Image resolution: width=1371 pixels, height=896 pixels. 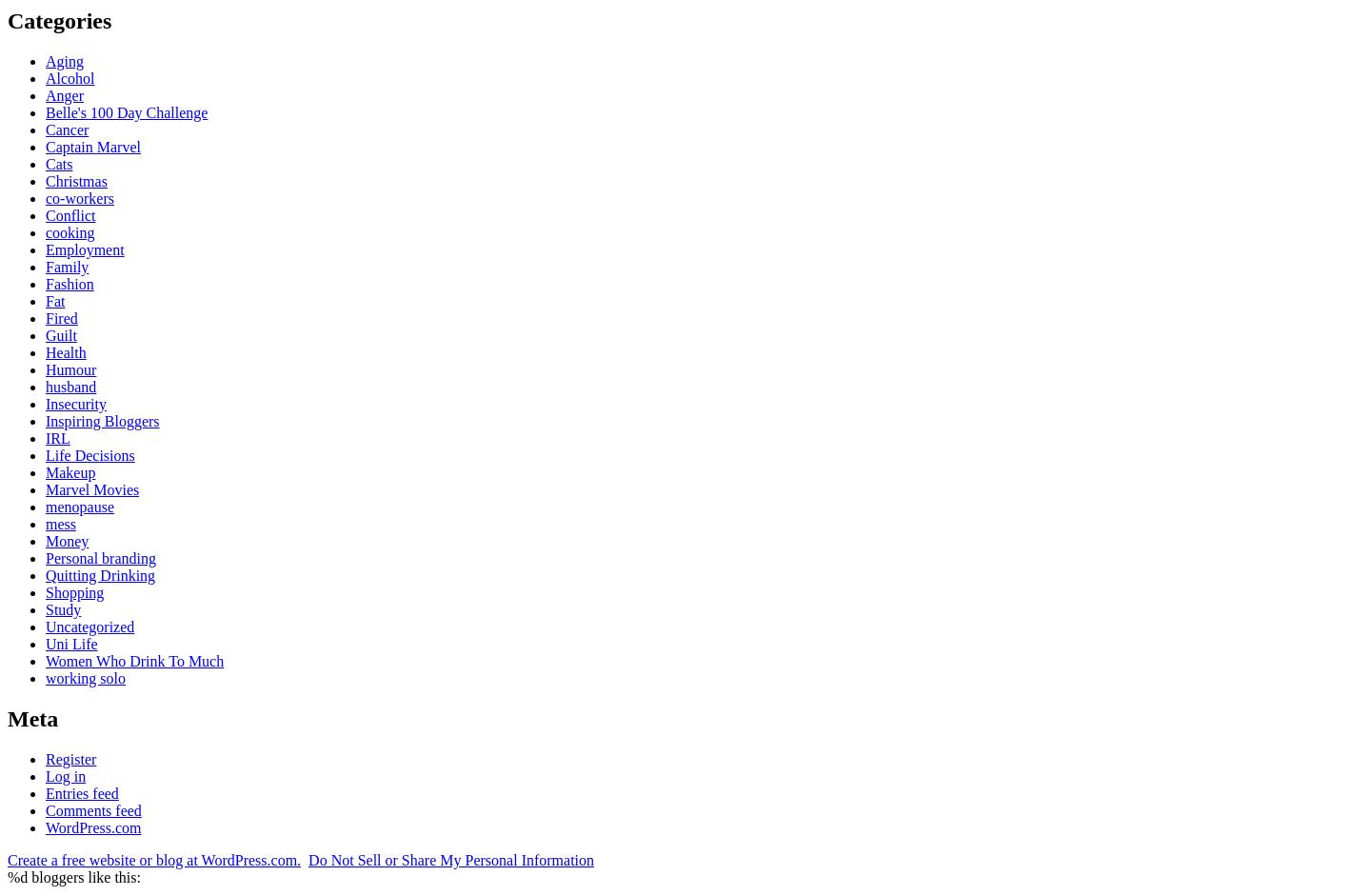 What do you see at coordinates (70, 76) in the screenshot?
I see `'Alcohol'` at bounding box center [70, 76].